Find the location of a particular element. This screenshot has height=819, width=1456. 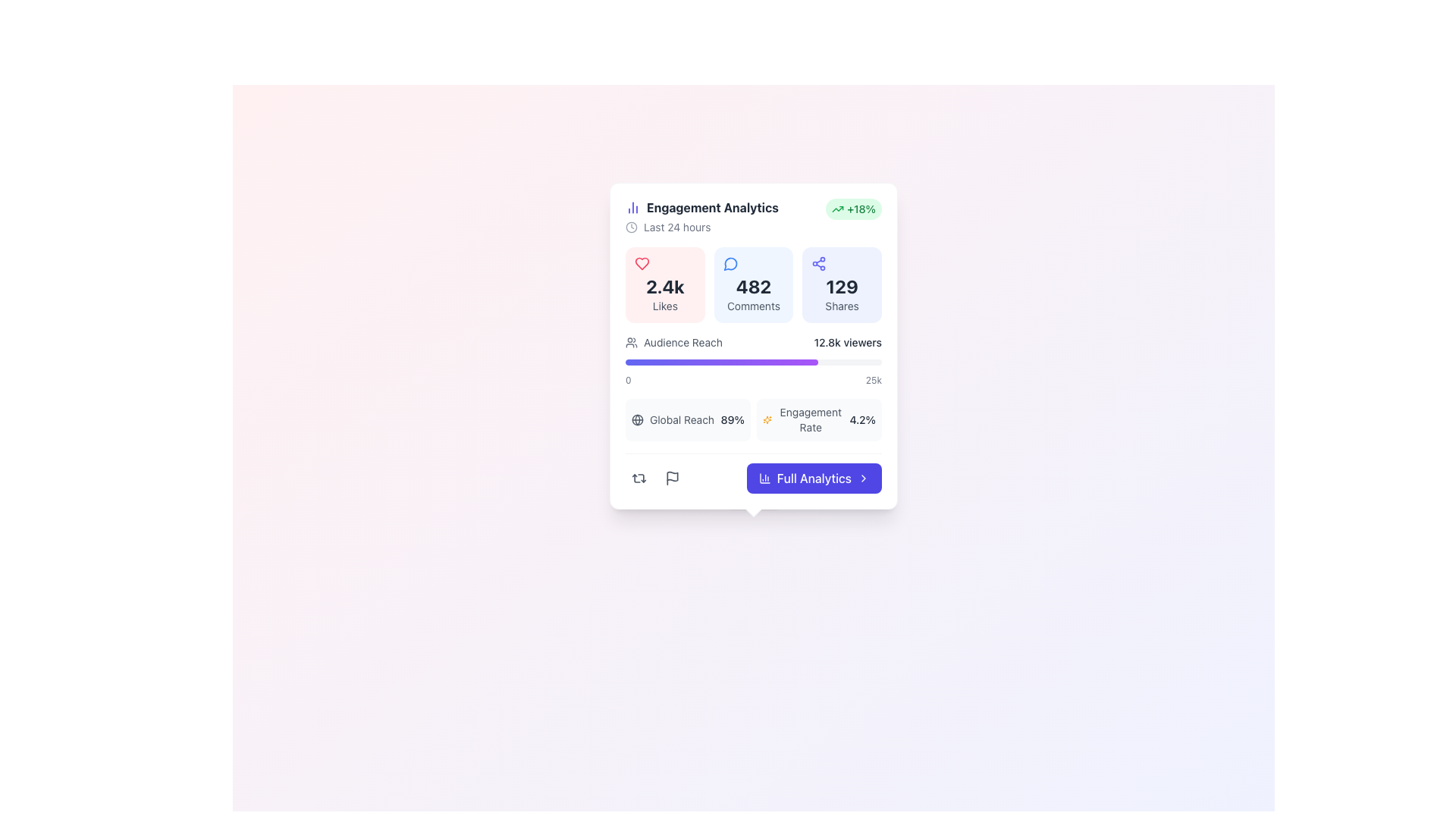

the Progress bar titled 'Audience Reach' which displays '12.8k viewers' and has a gradient color from indigo to purple is located at coordinates (753, 360).